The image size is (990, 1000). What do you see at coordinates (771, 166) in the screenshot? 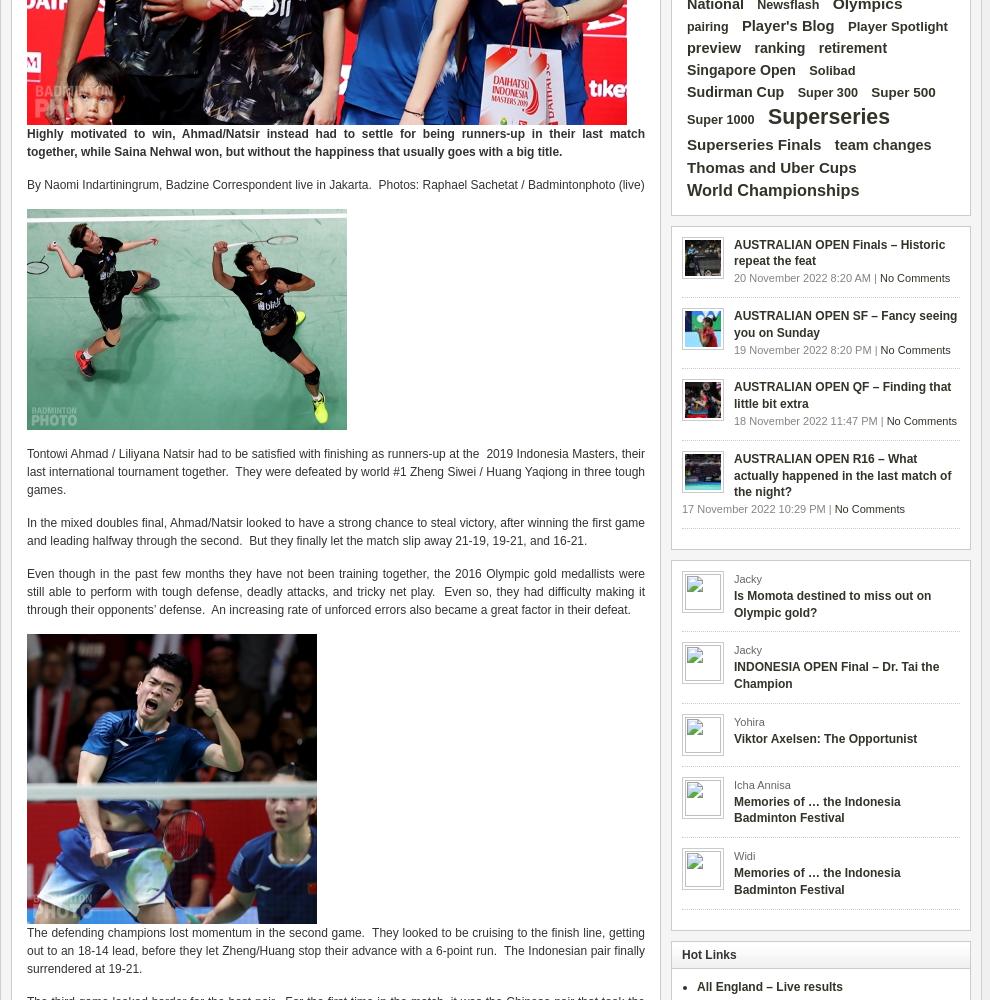
I see `'Thomas and Uber Cups'` at bounding box center [771, 166].